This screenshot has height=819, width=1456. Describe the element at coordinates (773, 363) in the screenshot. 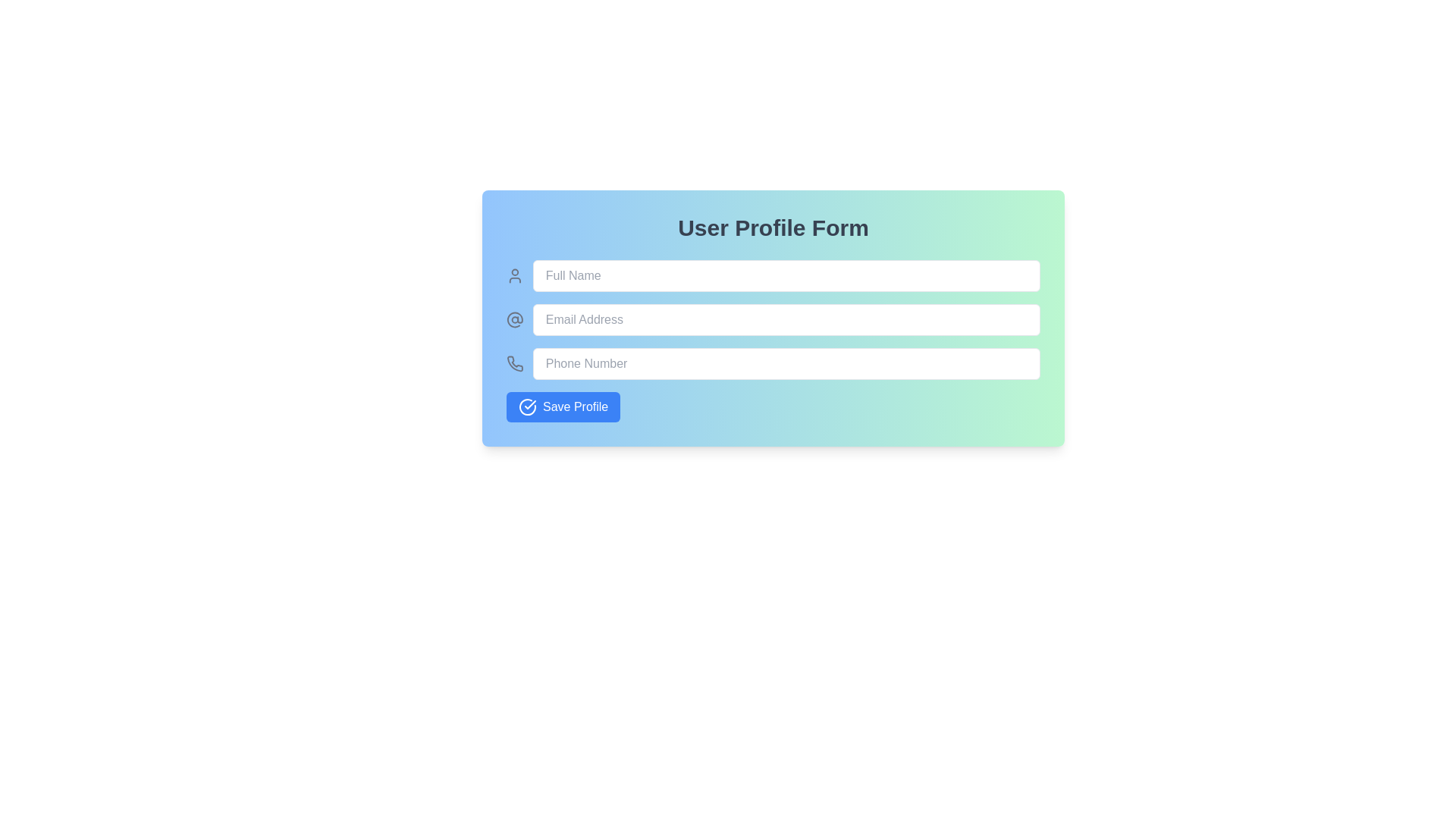

I see `the phone number input field located below the Full Name and Email Address fields in the user profile form to focus on it` at that location.